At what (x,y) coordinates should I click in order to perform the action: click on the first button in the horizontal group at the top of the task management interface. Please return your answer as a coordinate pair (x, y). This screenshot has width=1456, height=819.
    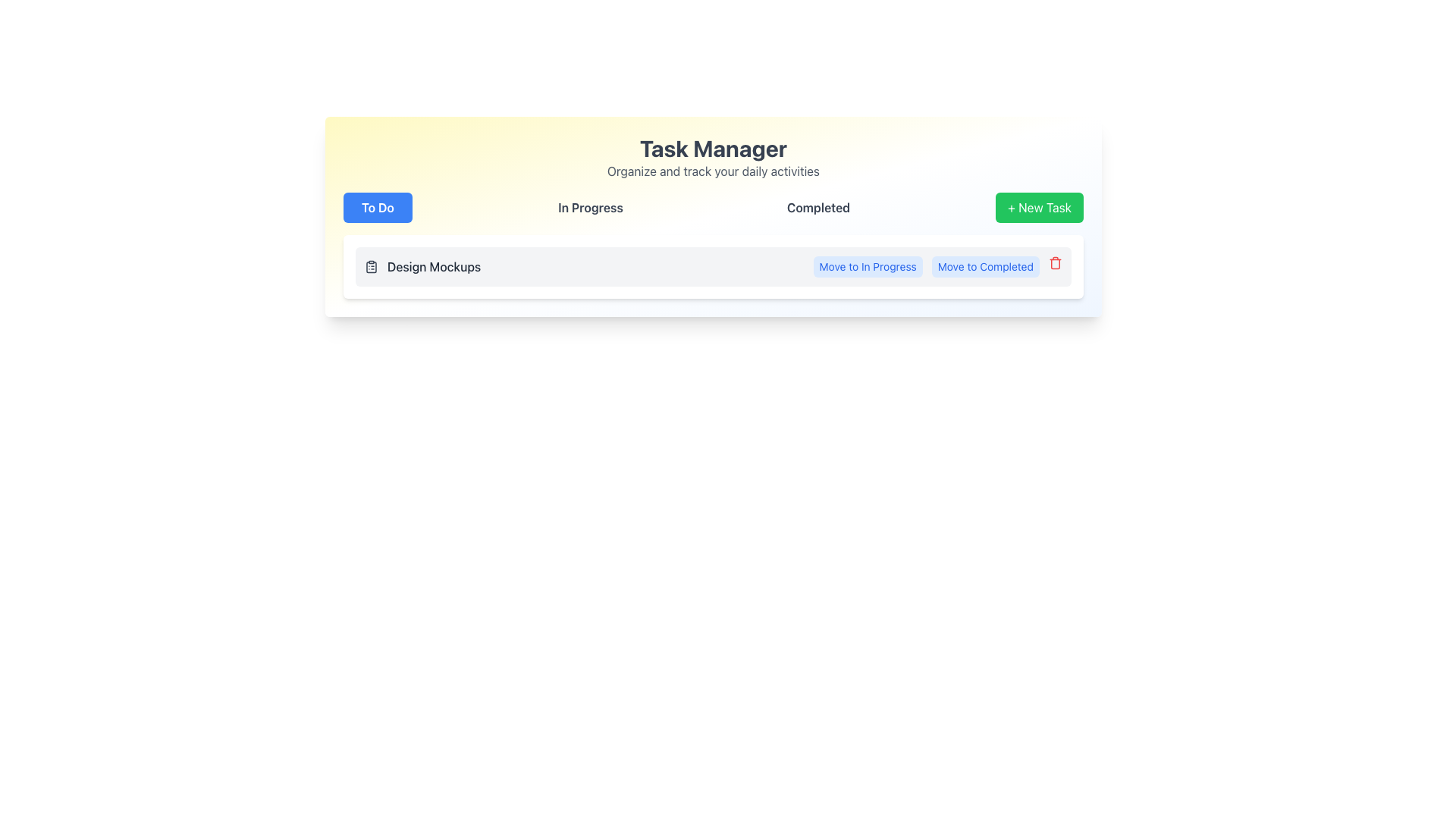
    Looking at the image, I should click on (378, 207).